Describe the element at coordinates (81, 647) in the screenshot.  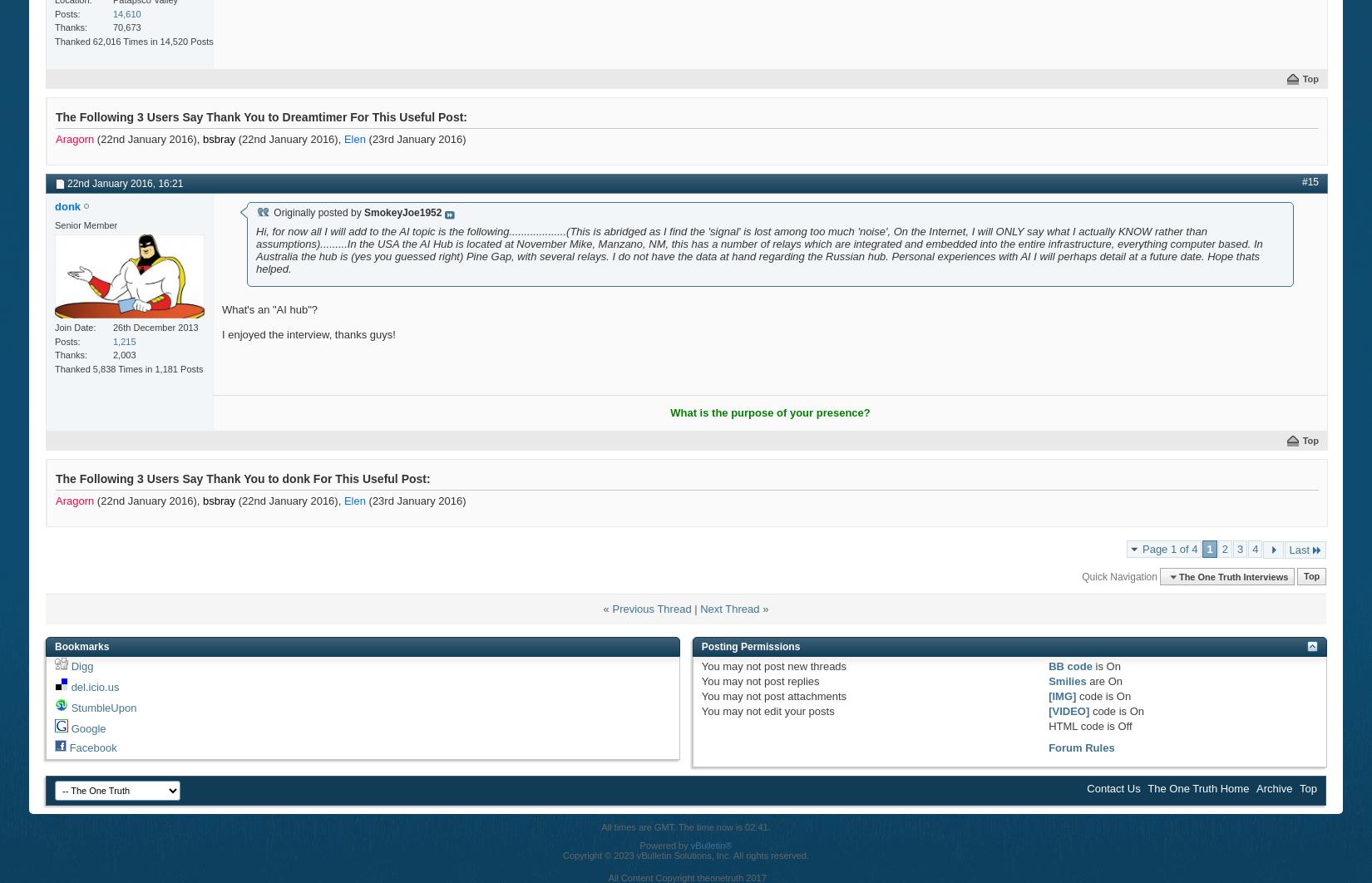
I see `'Bookmarks'` at that location.